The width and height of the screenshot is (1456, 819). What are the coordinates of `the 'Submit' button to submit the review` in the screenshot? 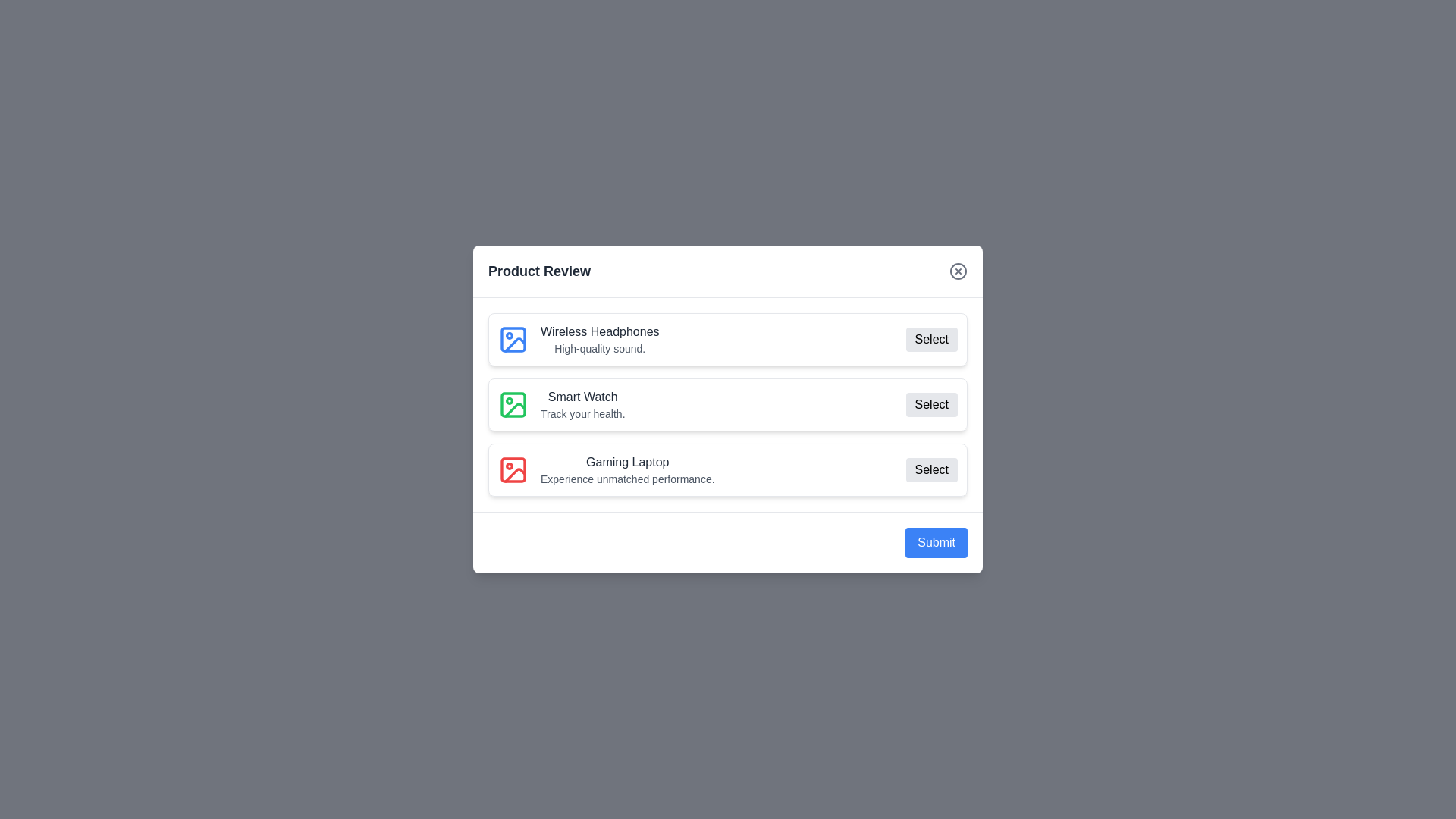 It's located at (935, 542).